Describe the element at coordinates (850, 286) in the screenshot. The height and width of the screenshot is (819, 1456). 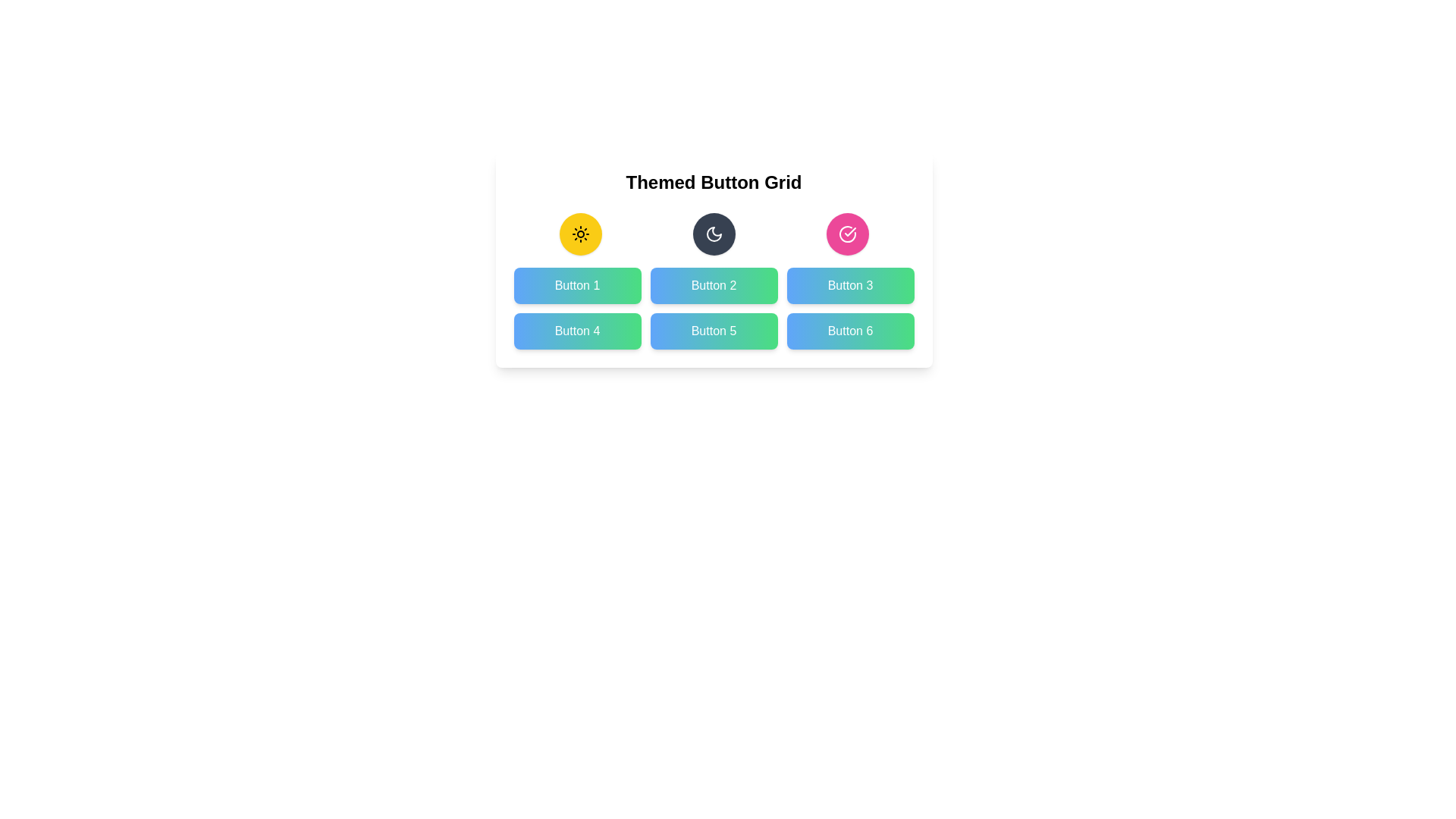
I see `the interactive button located in the first row and third column of the grid layout to observe the hover effect` at that location.